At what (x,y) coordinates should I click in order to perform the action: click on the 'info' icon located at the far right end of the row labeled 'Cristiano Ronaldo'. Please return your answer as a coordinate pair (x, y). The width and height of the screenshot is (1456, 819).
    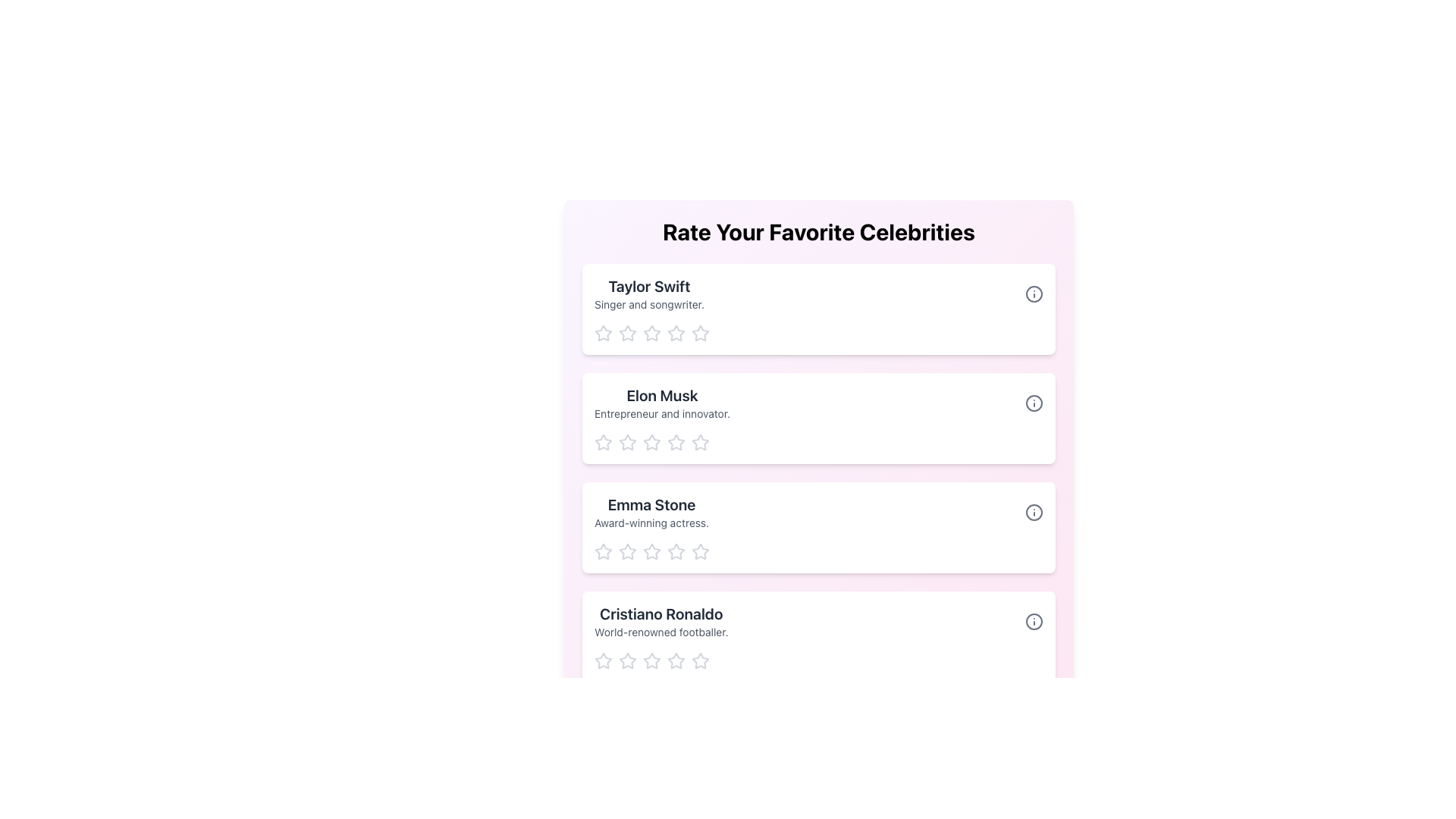
    Looking at the image, I should click on (1033, 622).